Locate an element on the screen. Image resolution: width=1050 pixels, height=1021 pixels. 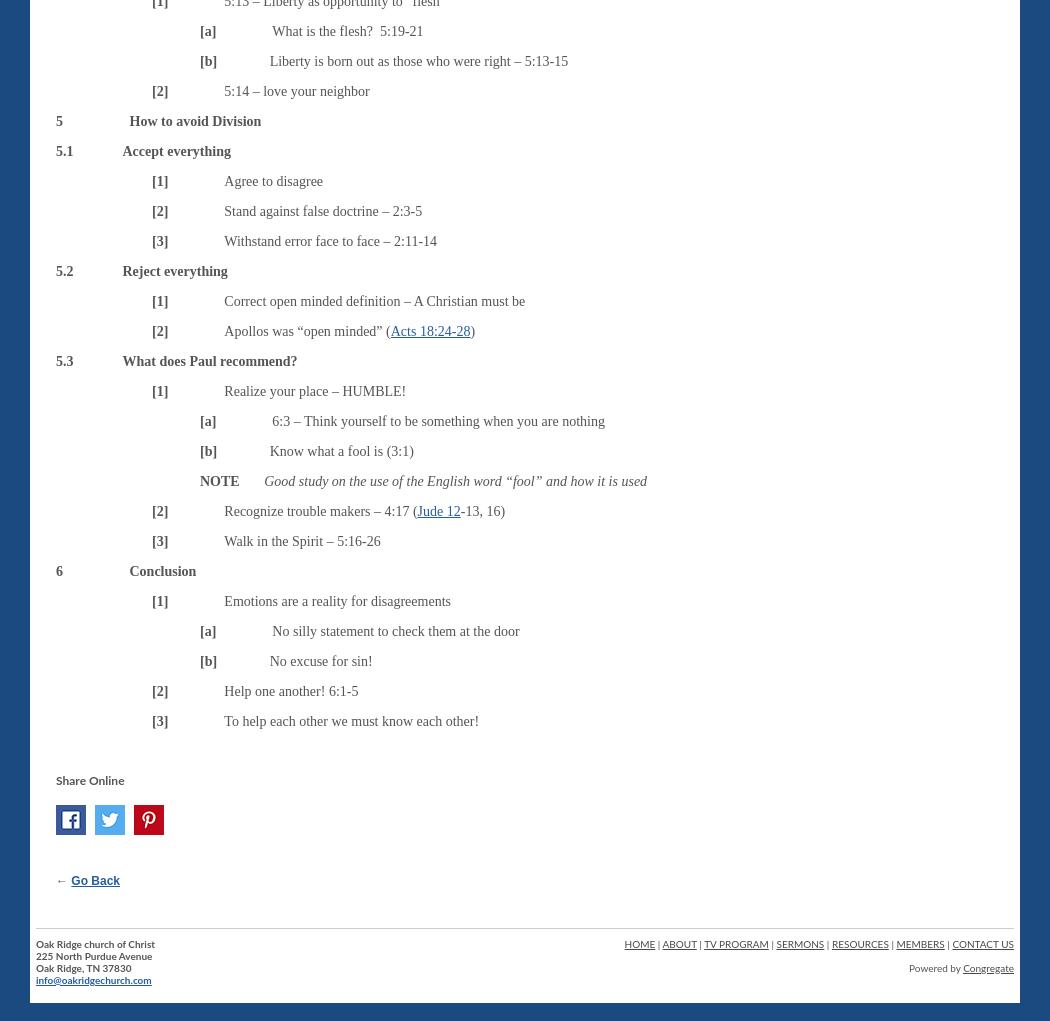
'Oak Ridge church of Christ' is located at coordinates (95, 943).